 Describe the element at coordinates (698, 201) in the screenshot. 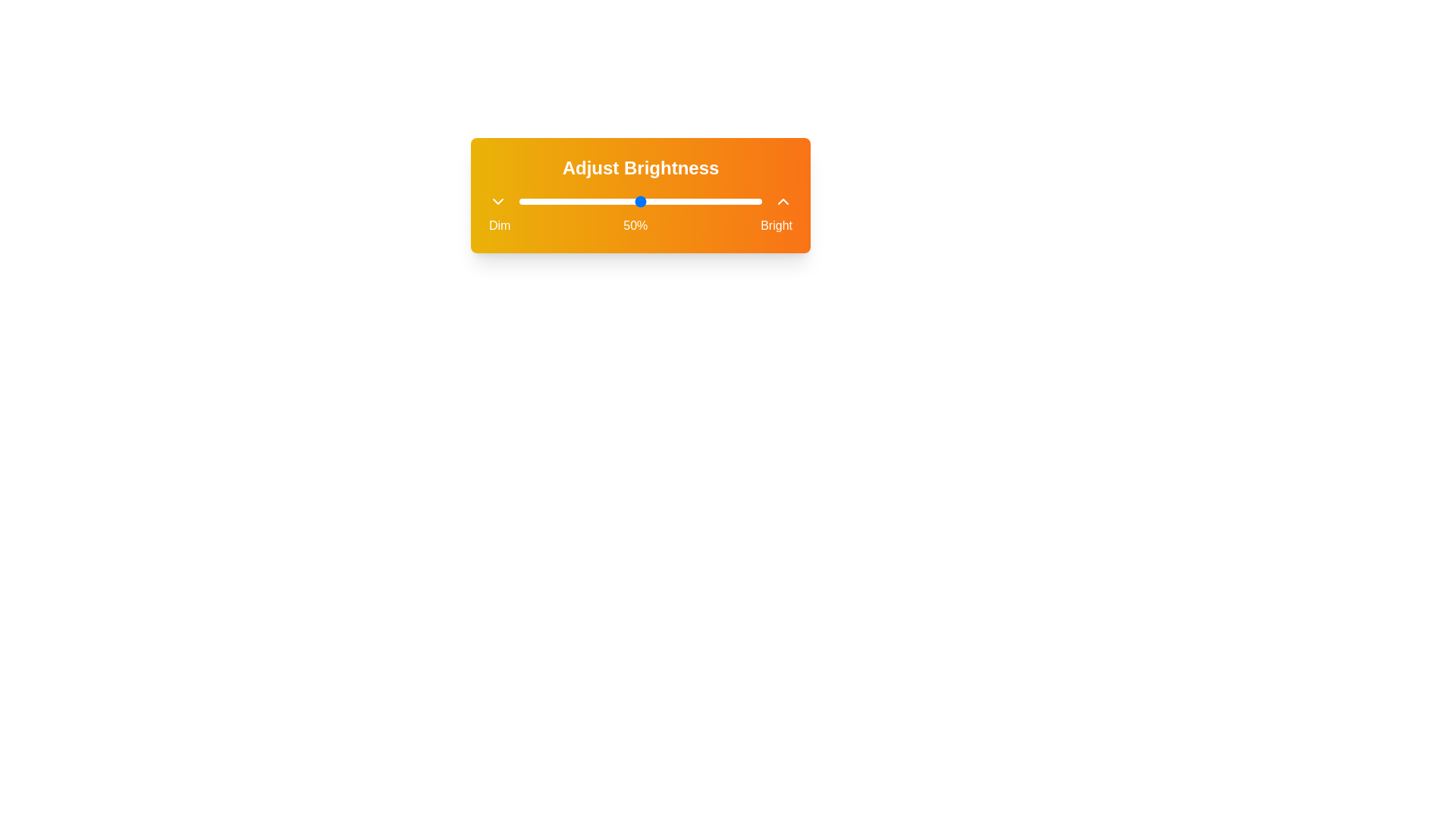

I see `brightness` at that location.